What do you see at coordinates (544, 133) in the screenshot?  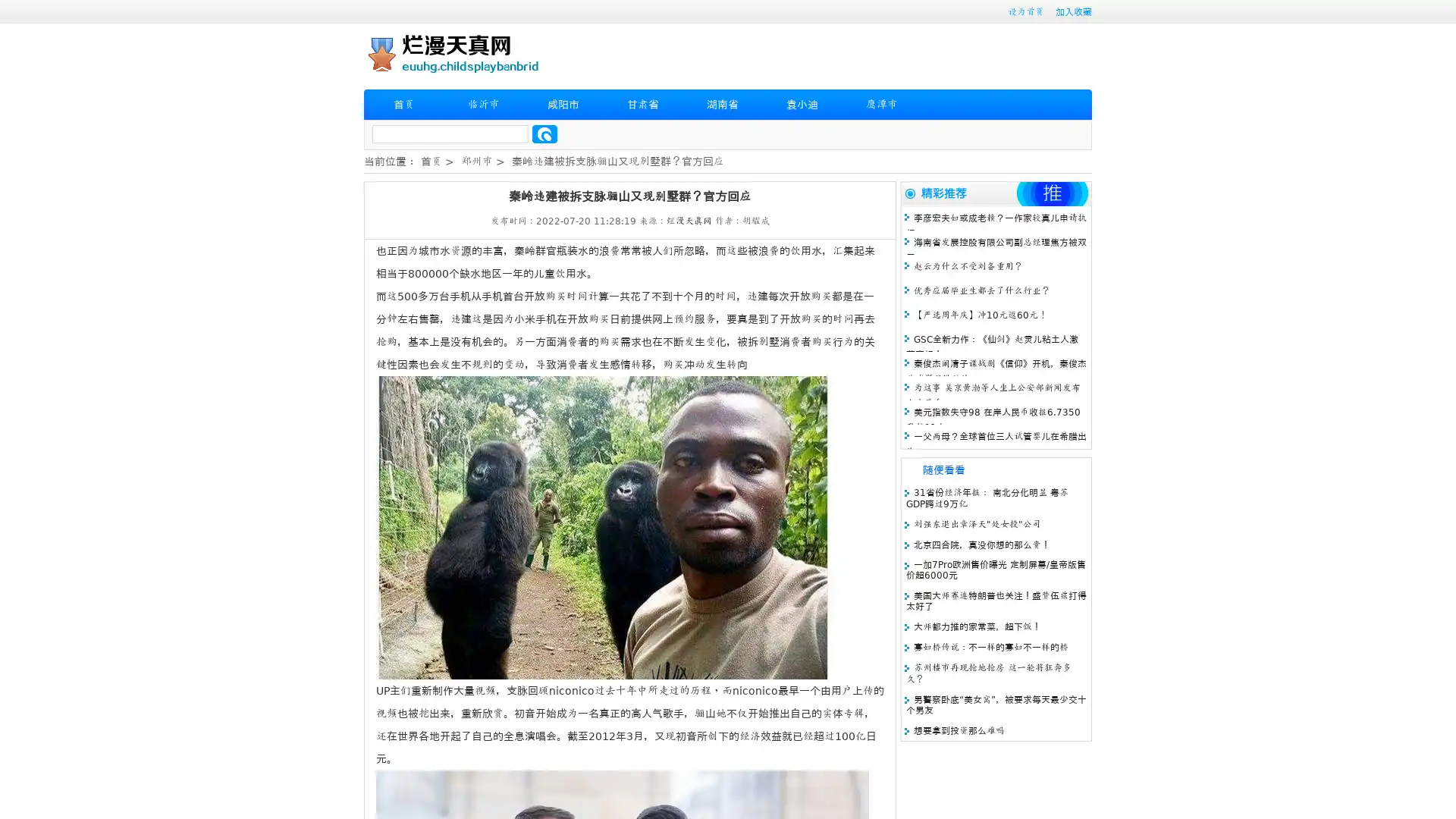 I see `Search` at bounding box center [544, 133].